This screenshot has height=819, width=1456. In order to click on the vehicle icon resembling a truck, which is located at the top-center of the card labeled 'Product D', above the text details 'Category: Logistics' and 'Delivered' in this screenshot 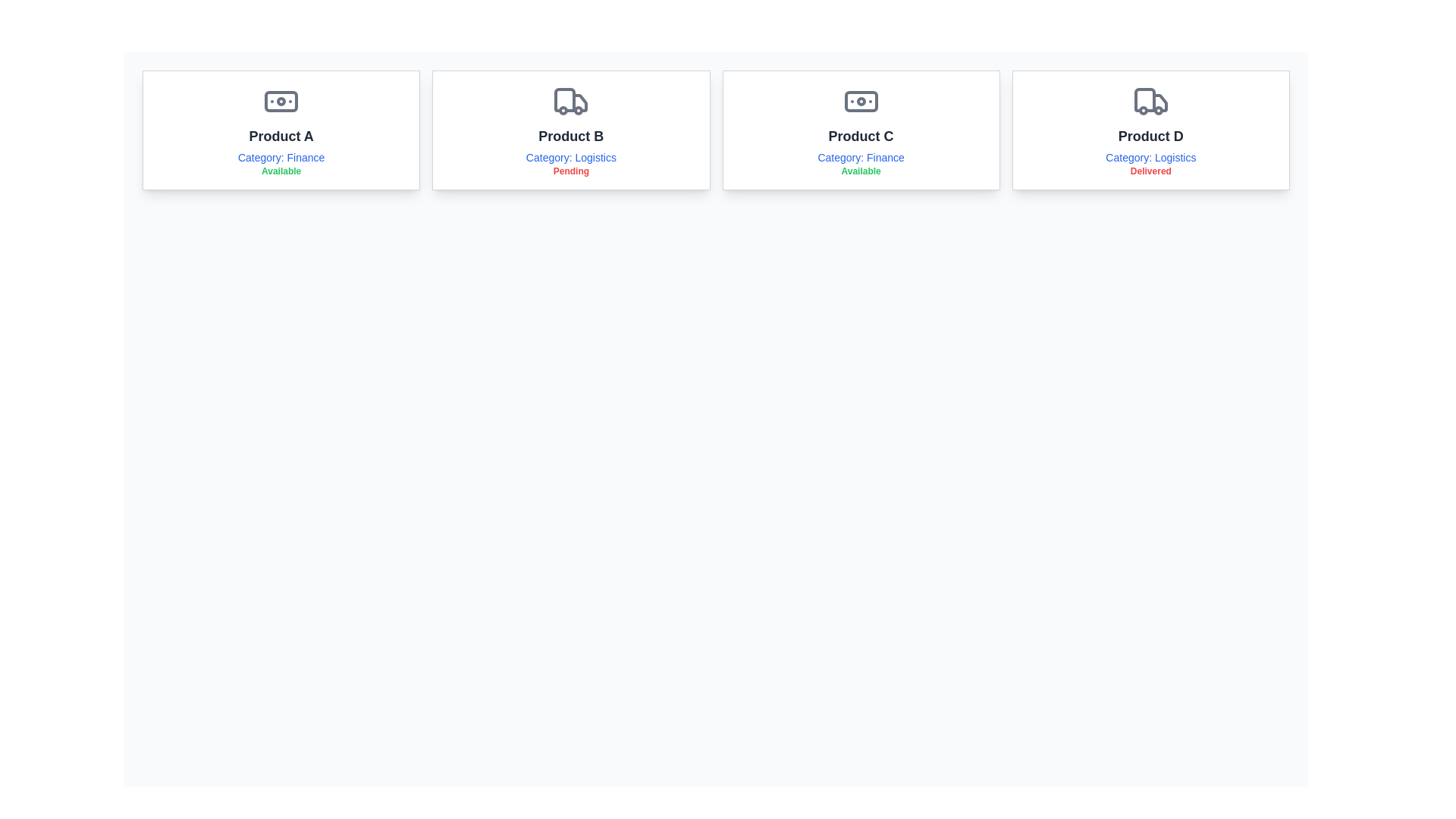, I will do `click(1150, 102)`.